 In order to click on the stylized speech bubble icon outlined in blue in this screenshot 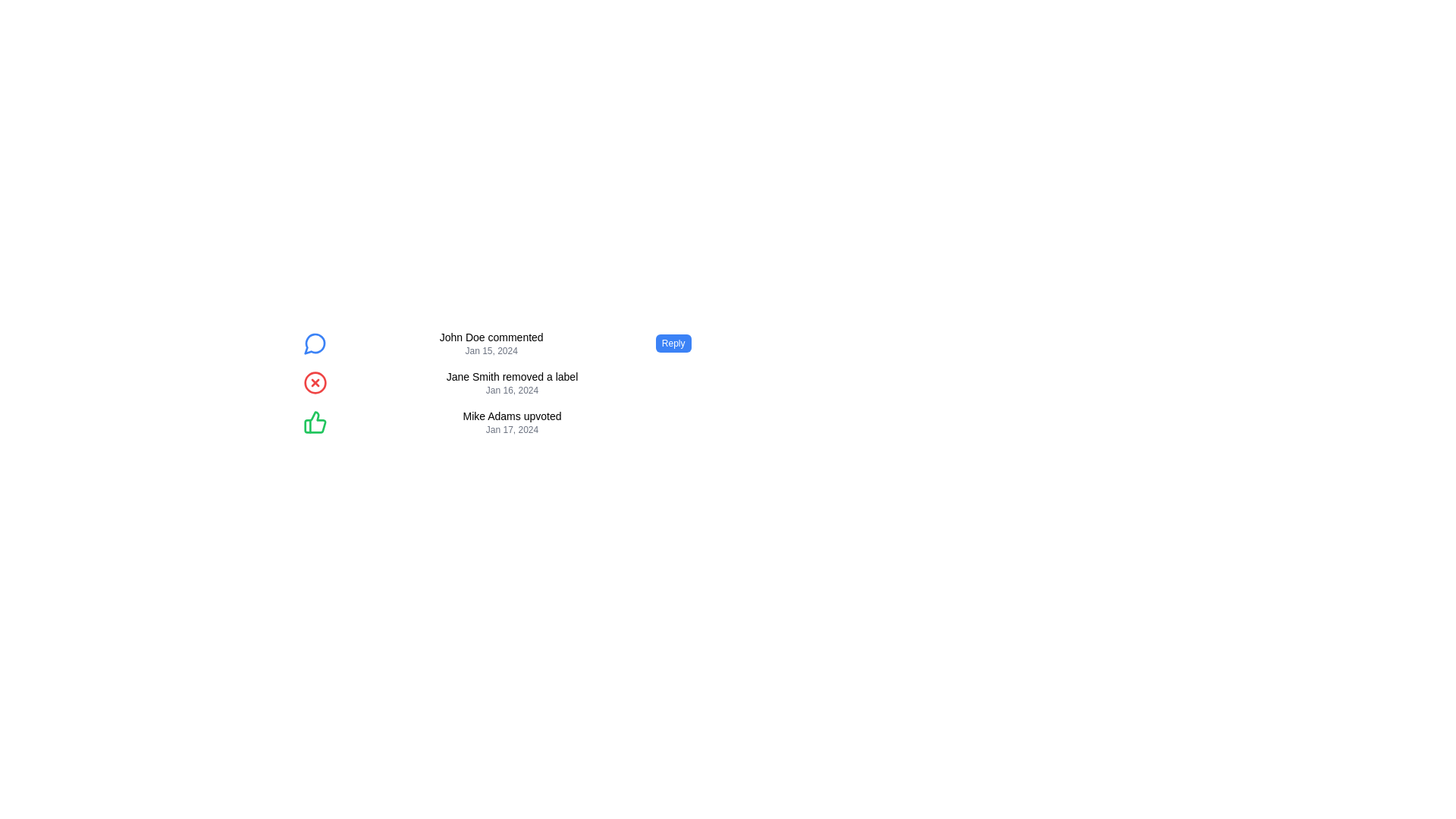, I will do `click(313, 344)`.